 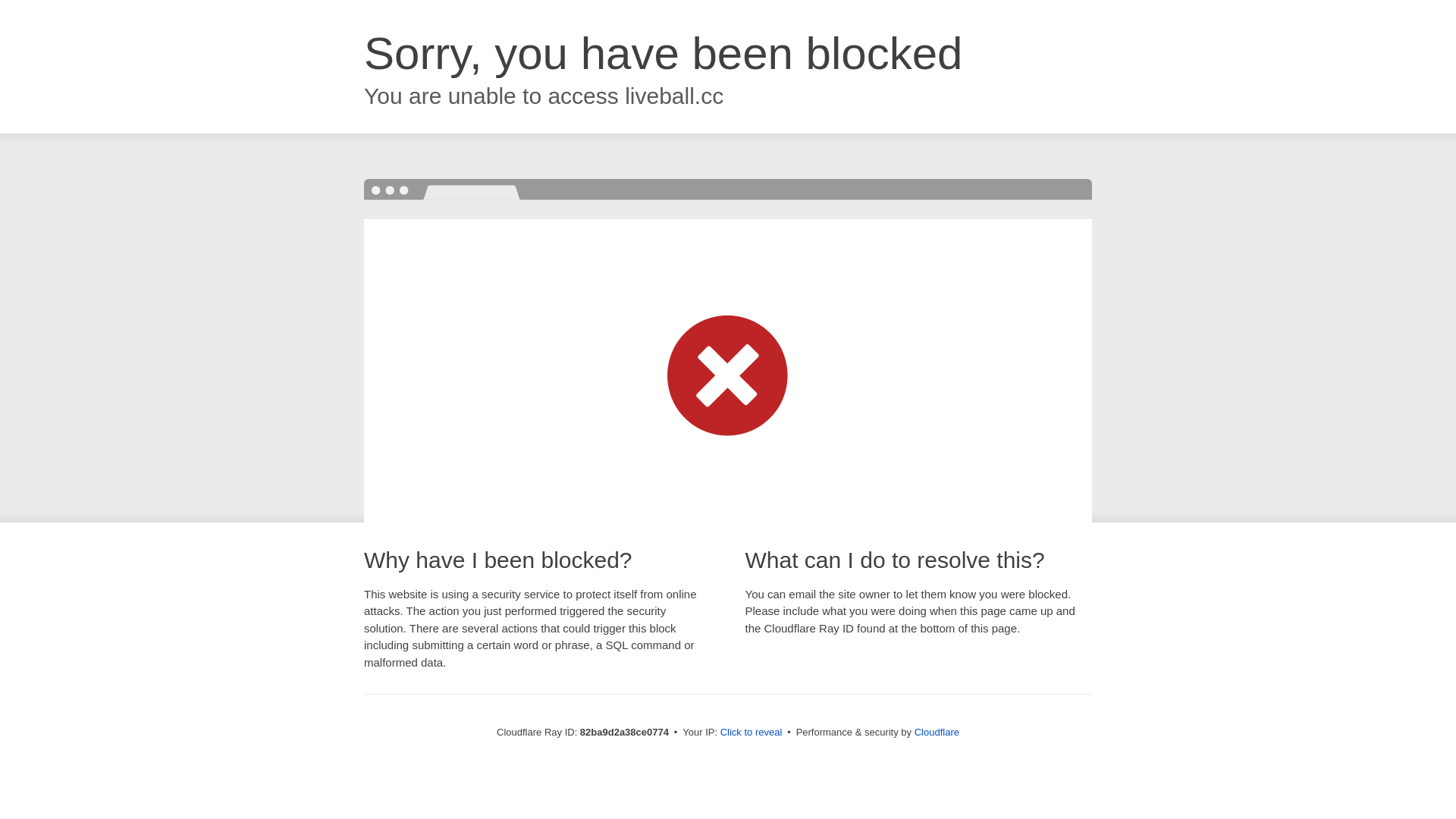 What do you see at coordinates (936, 731) in the screenshot?
I see `'Cloudflare'` at bounding box center [936, 731].